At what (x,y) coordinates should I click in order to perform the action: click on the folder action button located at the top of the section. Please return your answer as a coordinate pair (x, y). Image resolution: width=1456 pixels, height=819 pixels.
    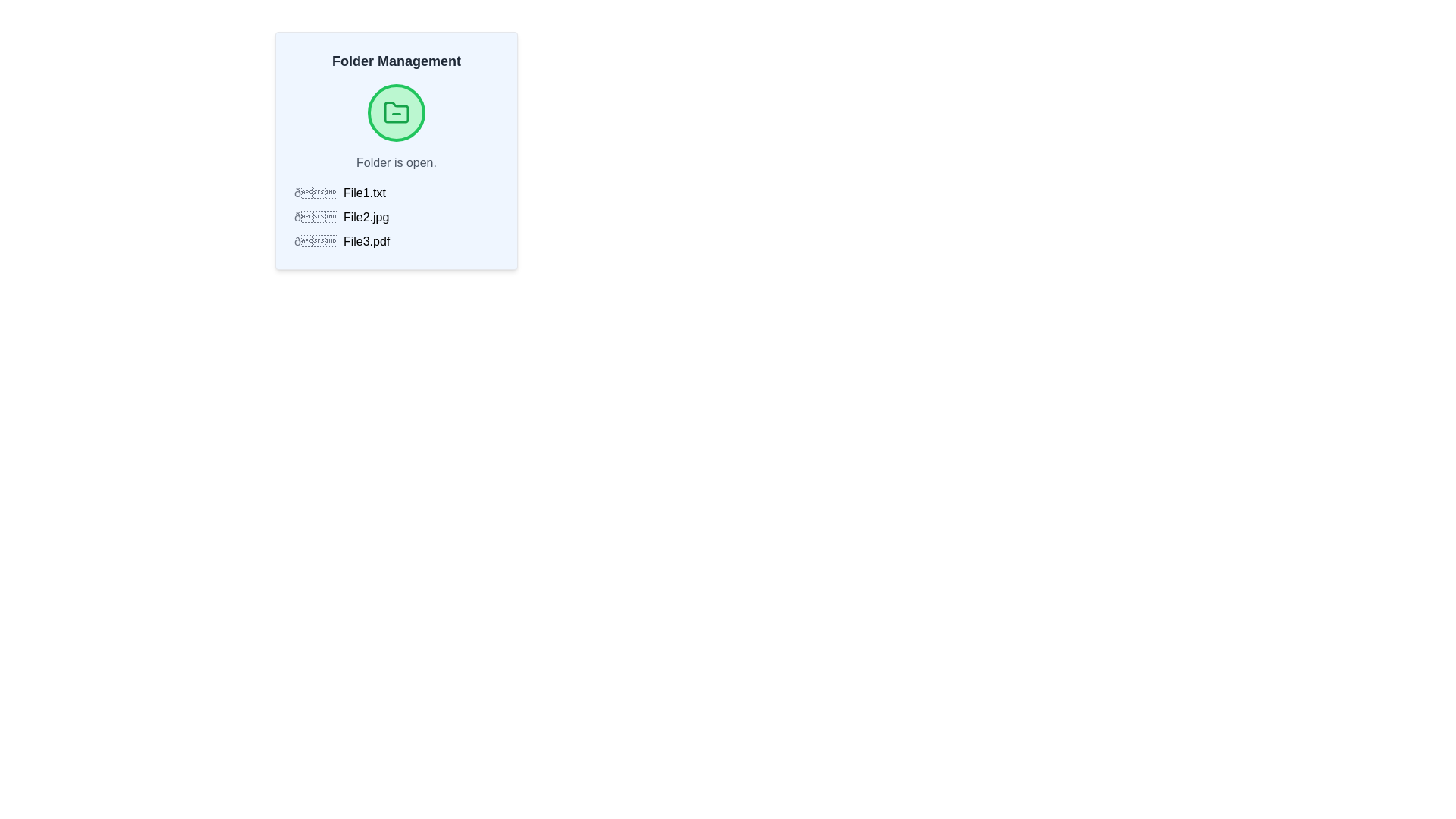
    Looking at the image, I should click on (397, 112).